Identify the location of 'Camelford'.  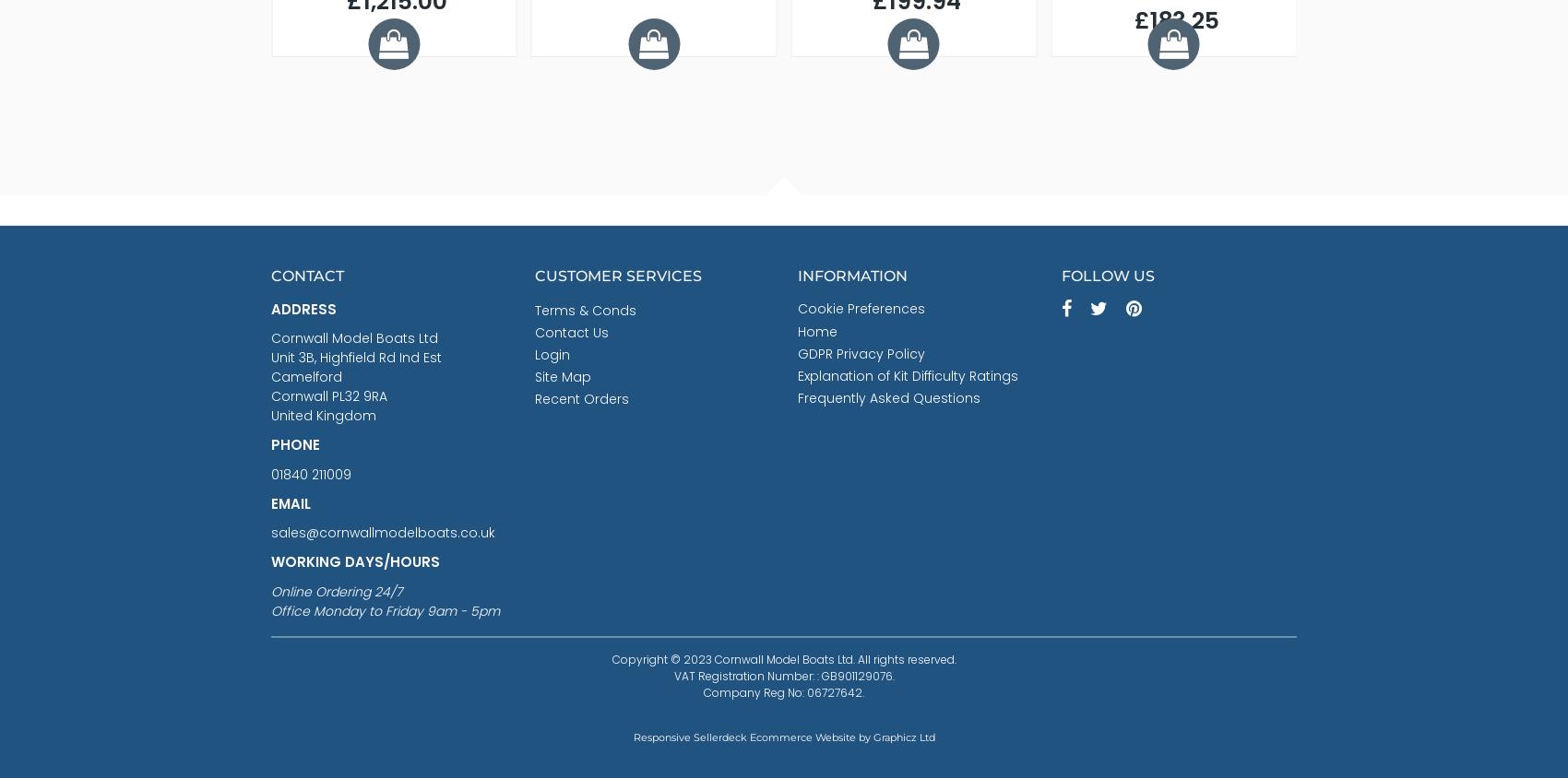
(270, 377).